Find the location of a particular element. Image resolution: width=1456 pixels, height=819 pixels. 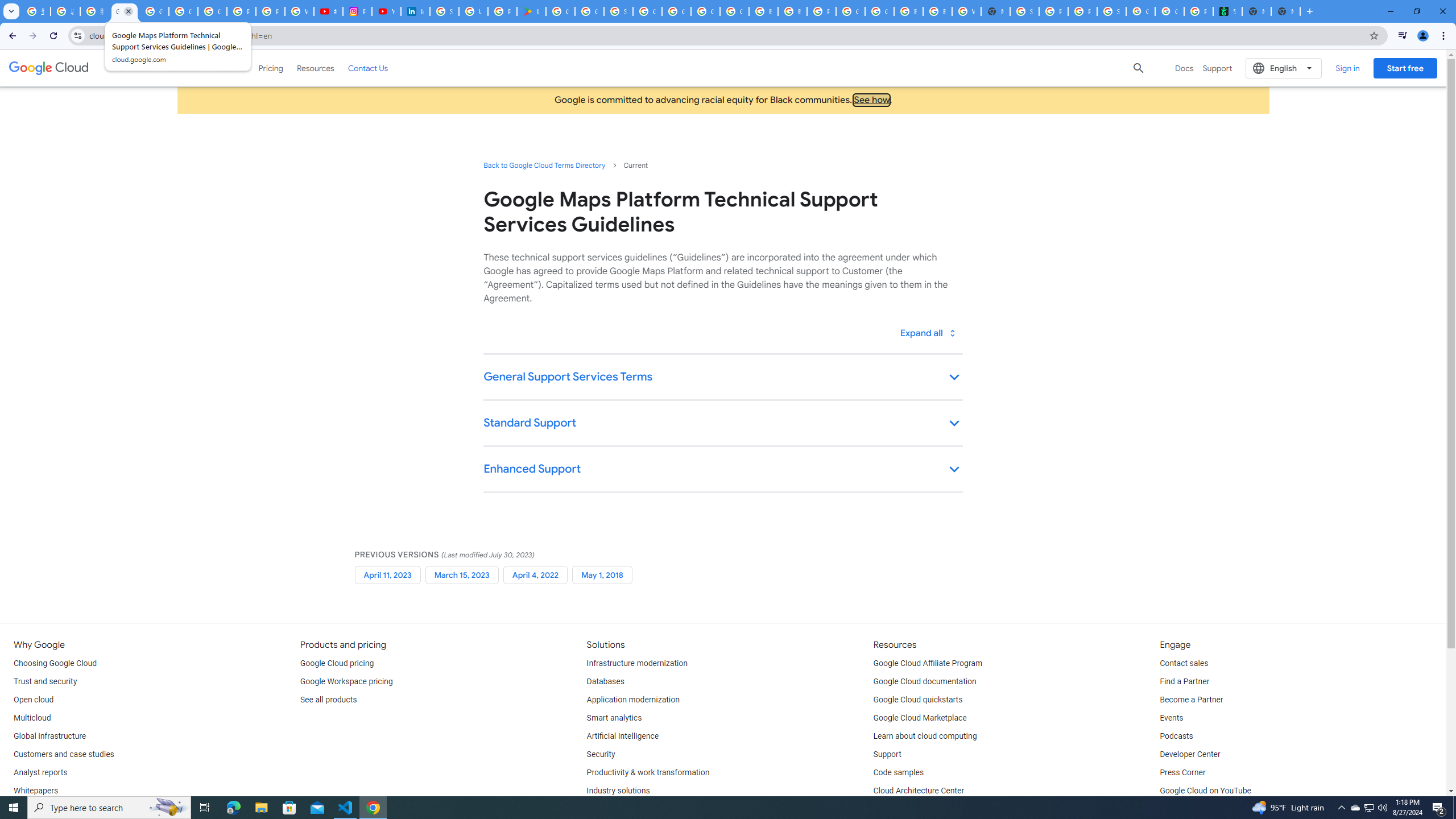

'Docs' is located at coordinates (1184, 67).